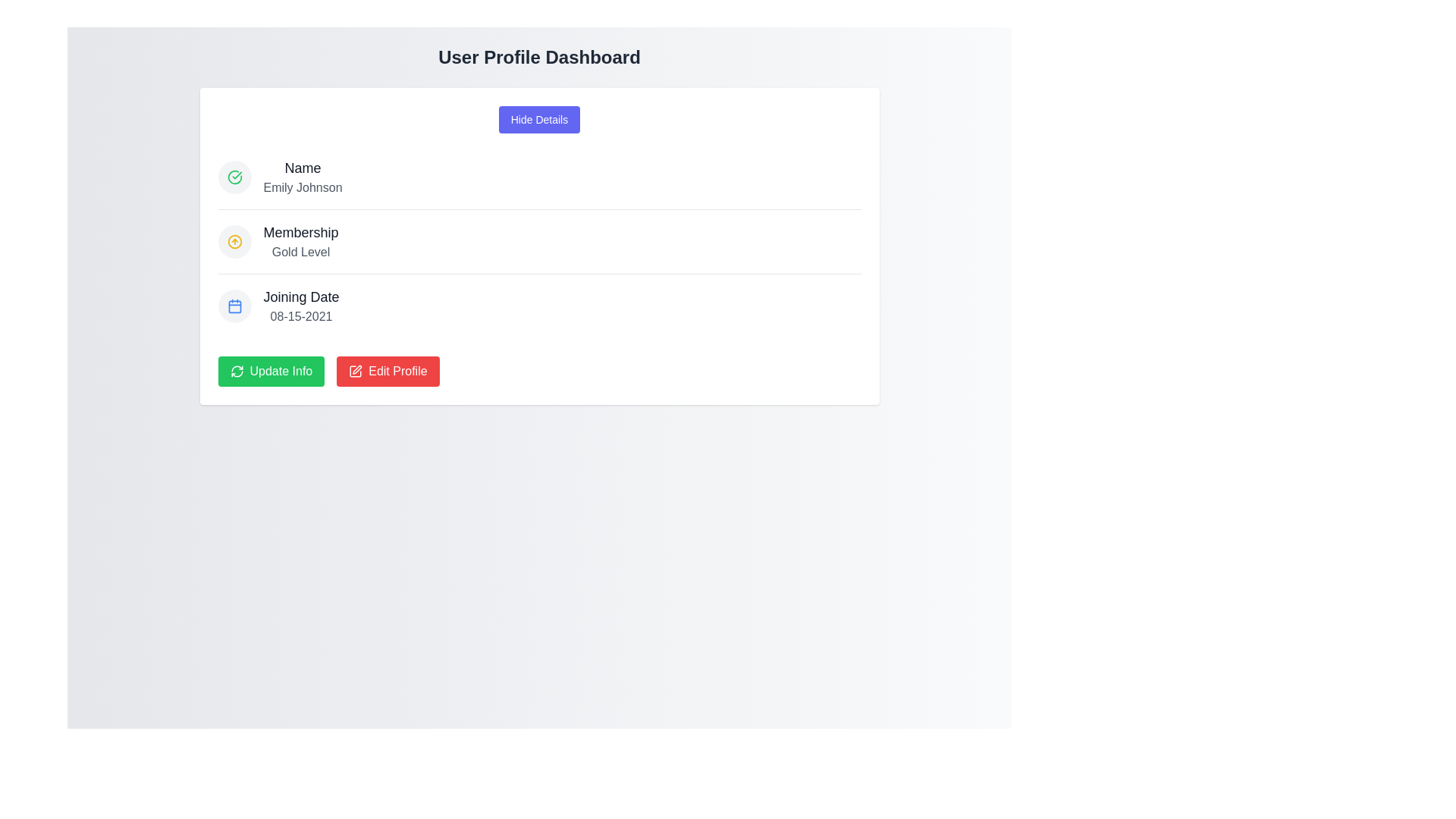 This screenshot has width=1456, height=819. What do you see at coordinates (234, 241) in the screenshot?
I see `the visual indicator icon representing the 'Gold Level' status in the 'Membership' section, which is located to the left of the 'Membership' label` at bounding box center [234, 241].